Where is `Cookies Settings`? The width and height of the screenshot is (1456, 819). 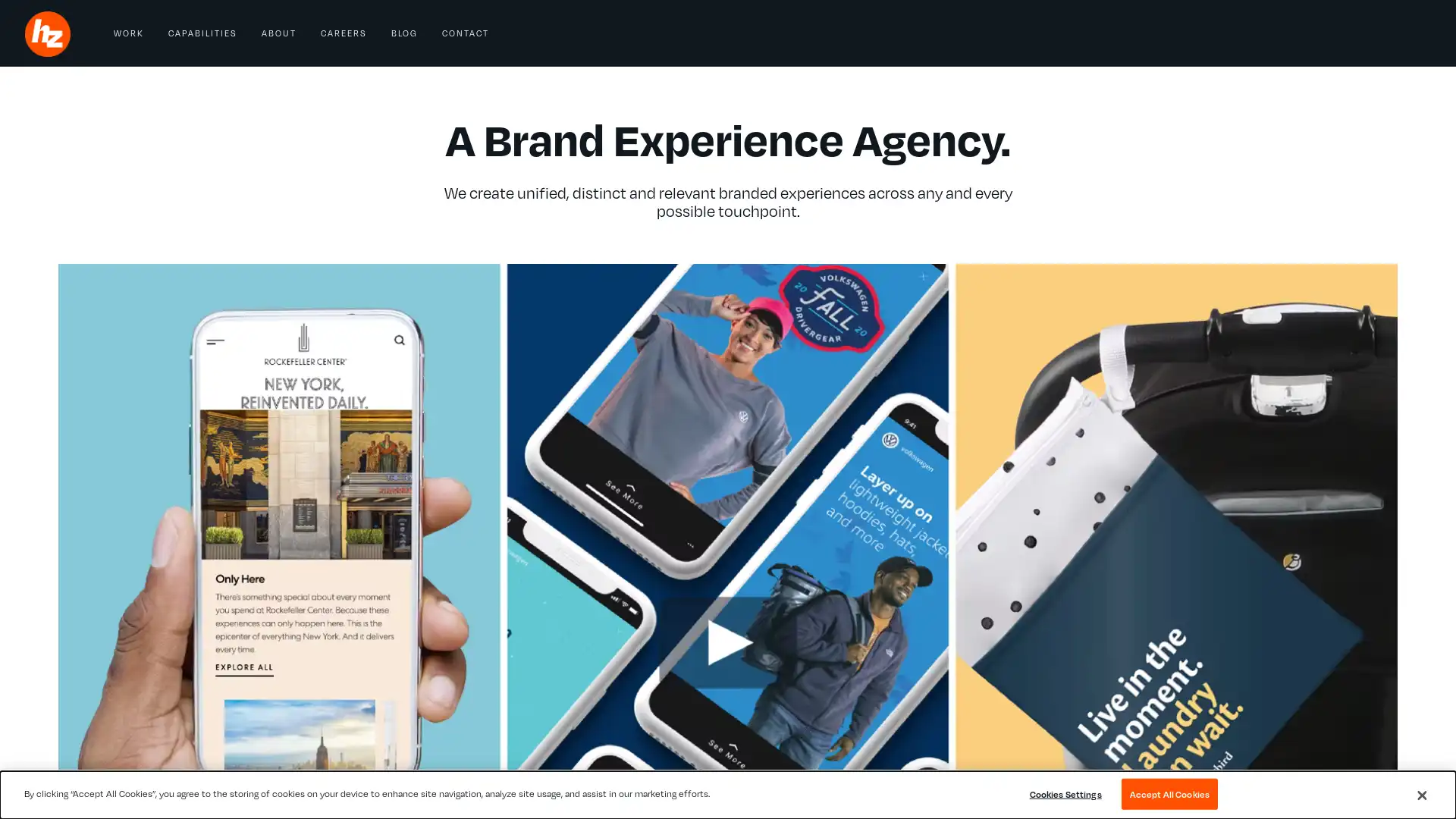
Cookies Settings is located at coordinates (1060, 792).